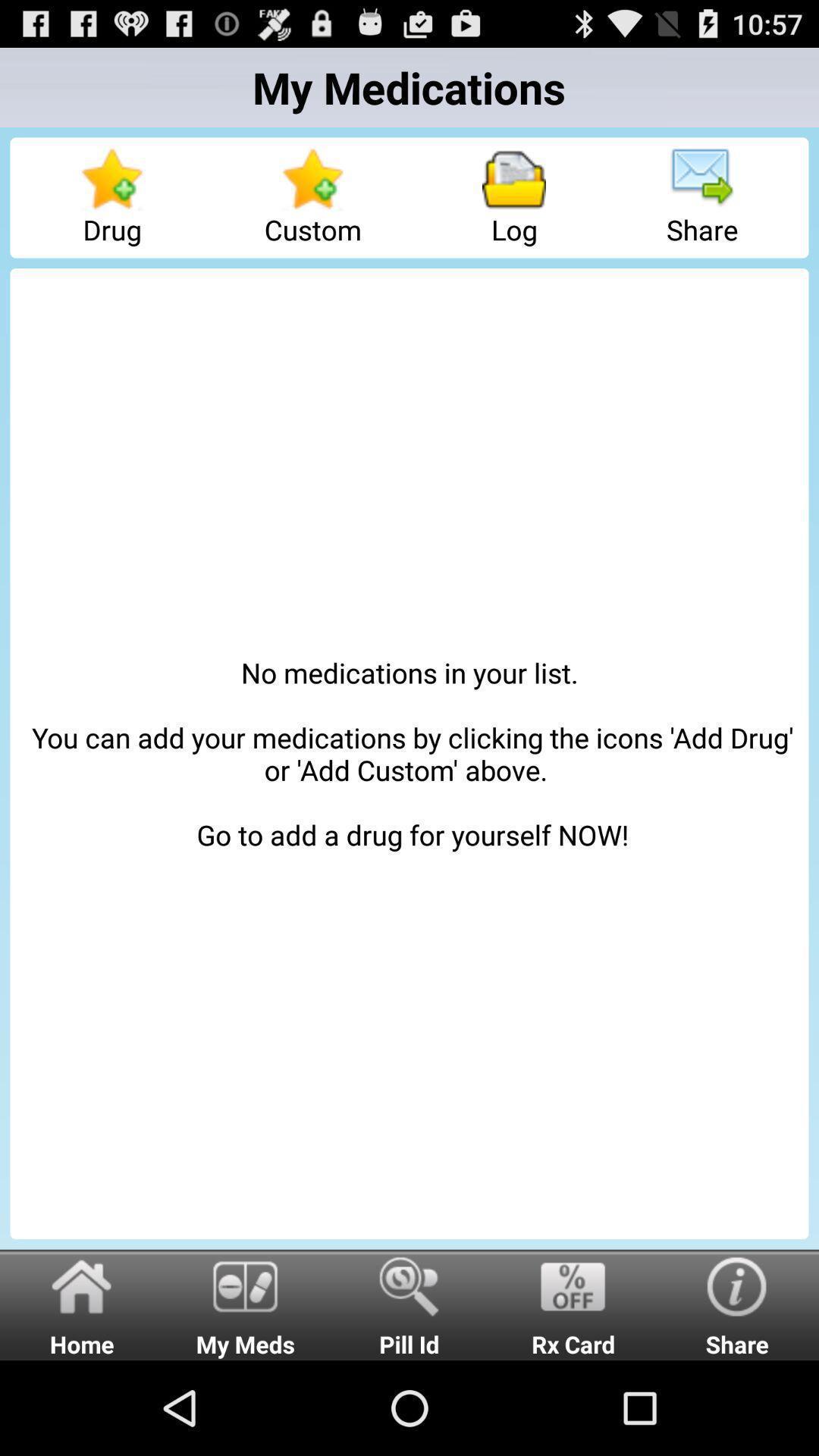 Image resolution: width=819 pixels, height=1456 pixels. What do you see at coordinates (409, 1304) in the screenshot?
I see `radio button next to the my meds` at bounding box center [409, 1304].